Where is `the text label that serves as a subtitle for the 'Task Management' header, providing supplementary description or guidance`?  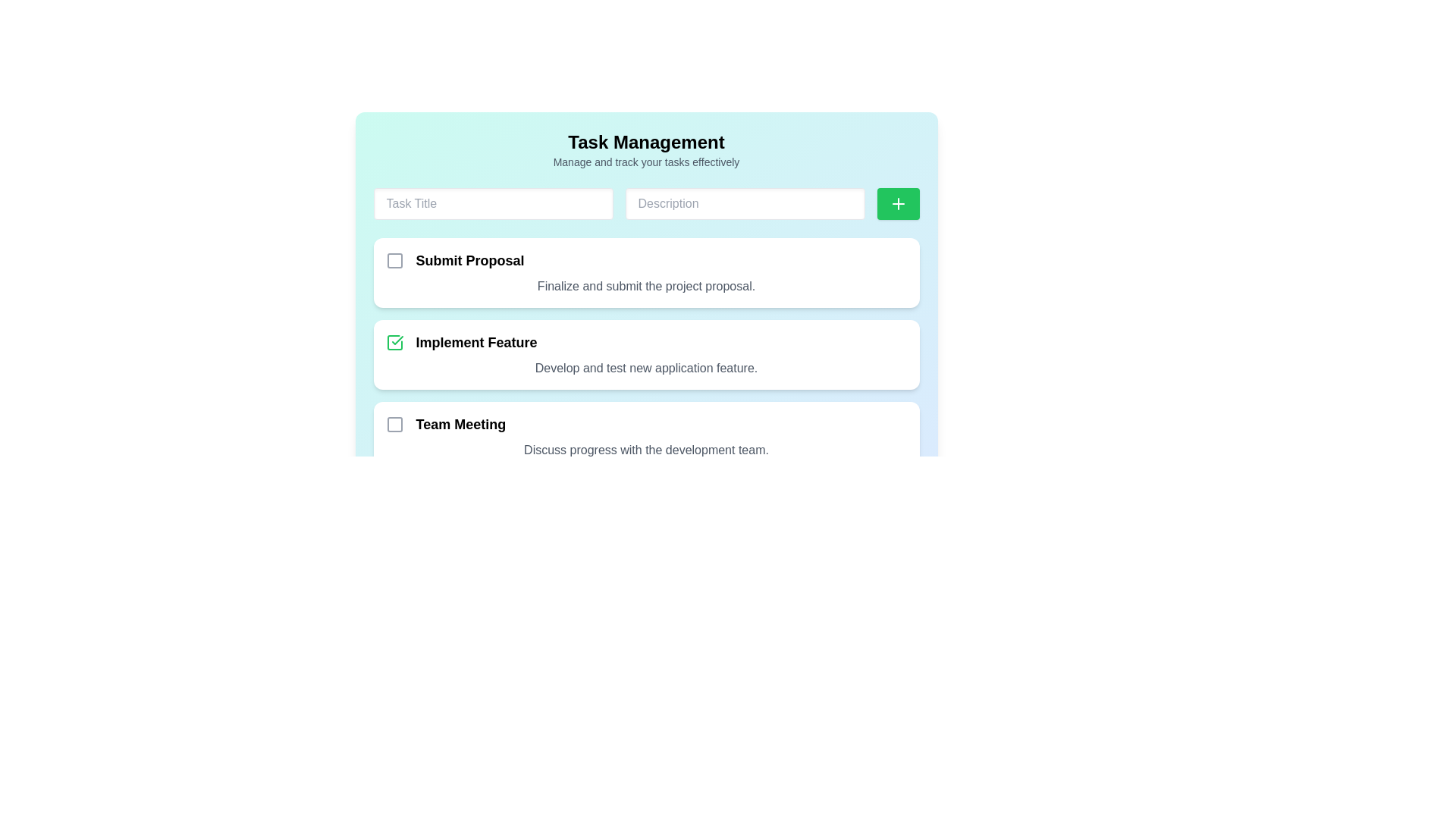 the text label that serves as a subtitle for the 'Task Management' header, providing supplementary description or guidance is located at coordinates (646, 162).